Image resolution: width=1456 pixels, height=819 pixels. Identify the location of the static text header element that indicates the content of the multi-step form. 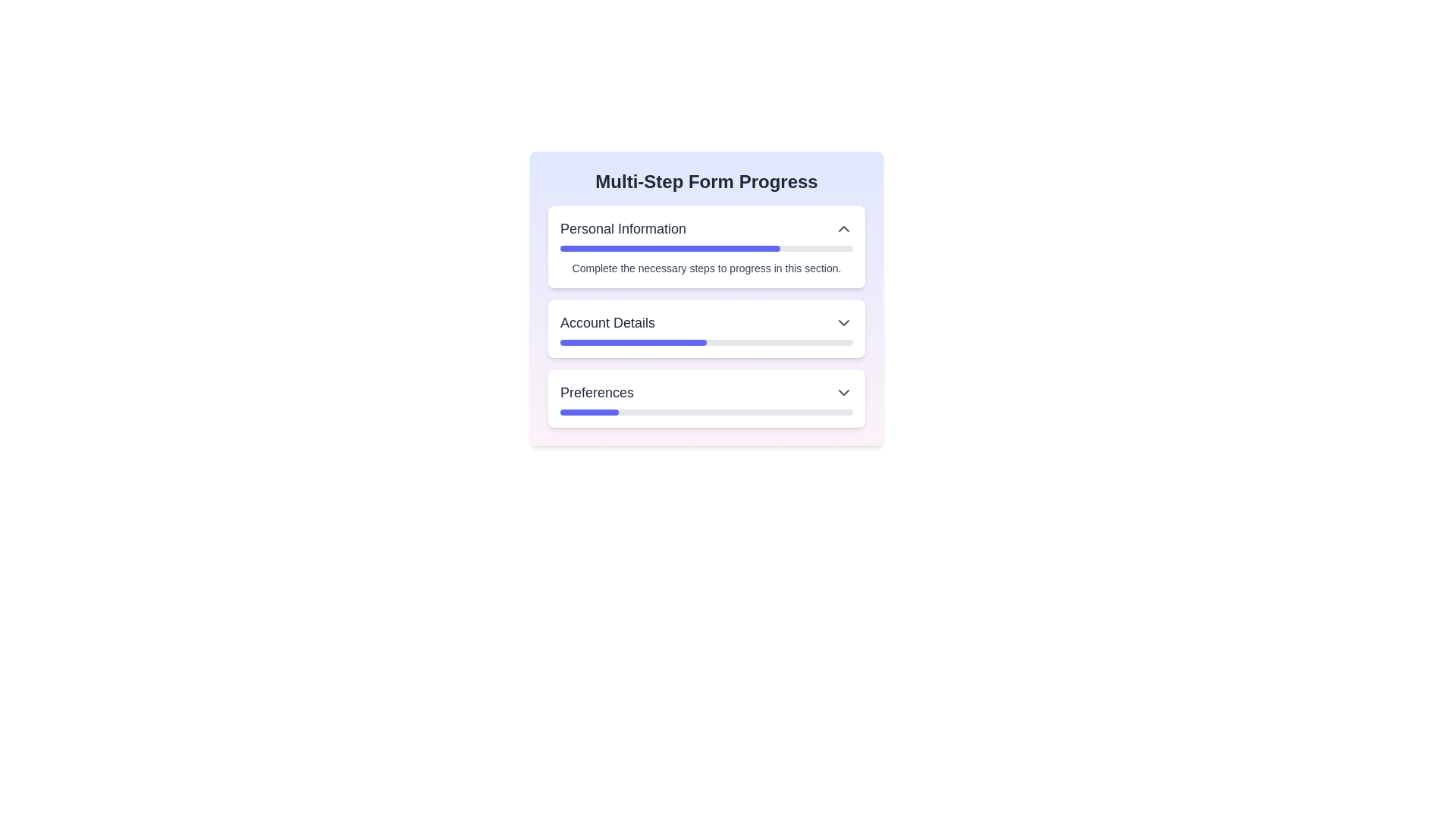
(705, 180).